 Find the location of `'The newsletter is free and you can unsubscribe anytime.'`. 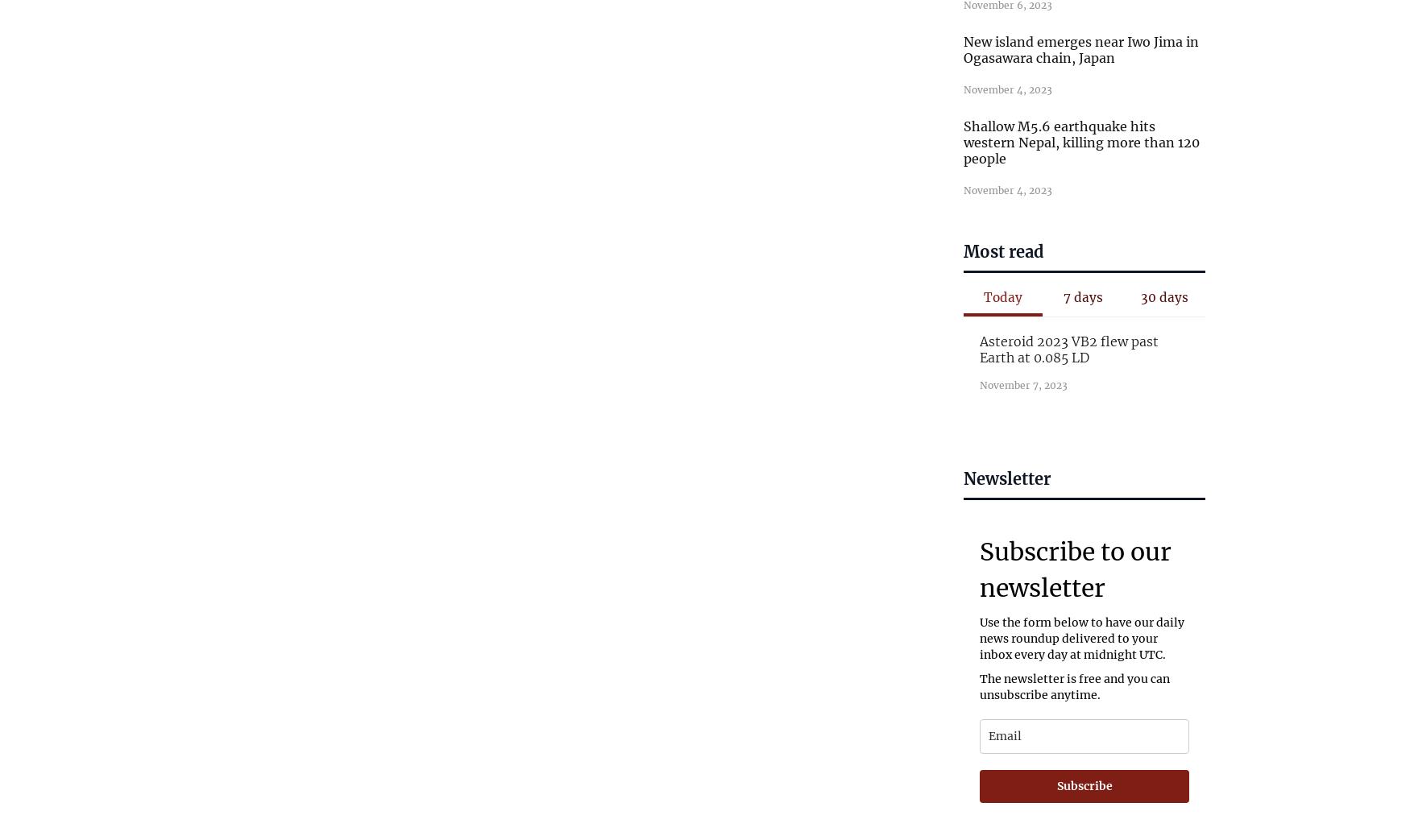

'The newsletter is free and you can unsubscribe anytime.' is located at coordinates (1075, 686).